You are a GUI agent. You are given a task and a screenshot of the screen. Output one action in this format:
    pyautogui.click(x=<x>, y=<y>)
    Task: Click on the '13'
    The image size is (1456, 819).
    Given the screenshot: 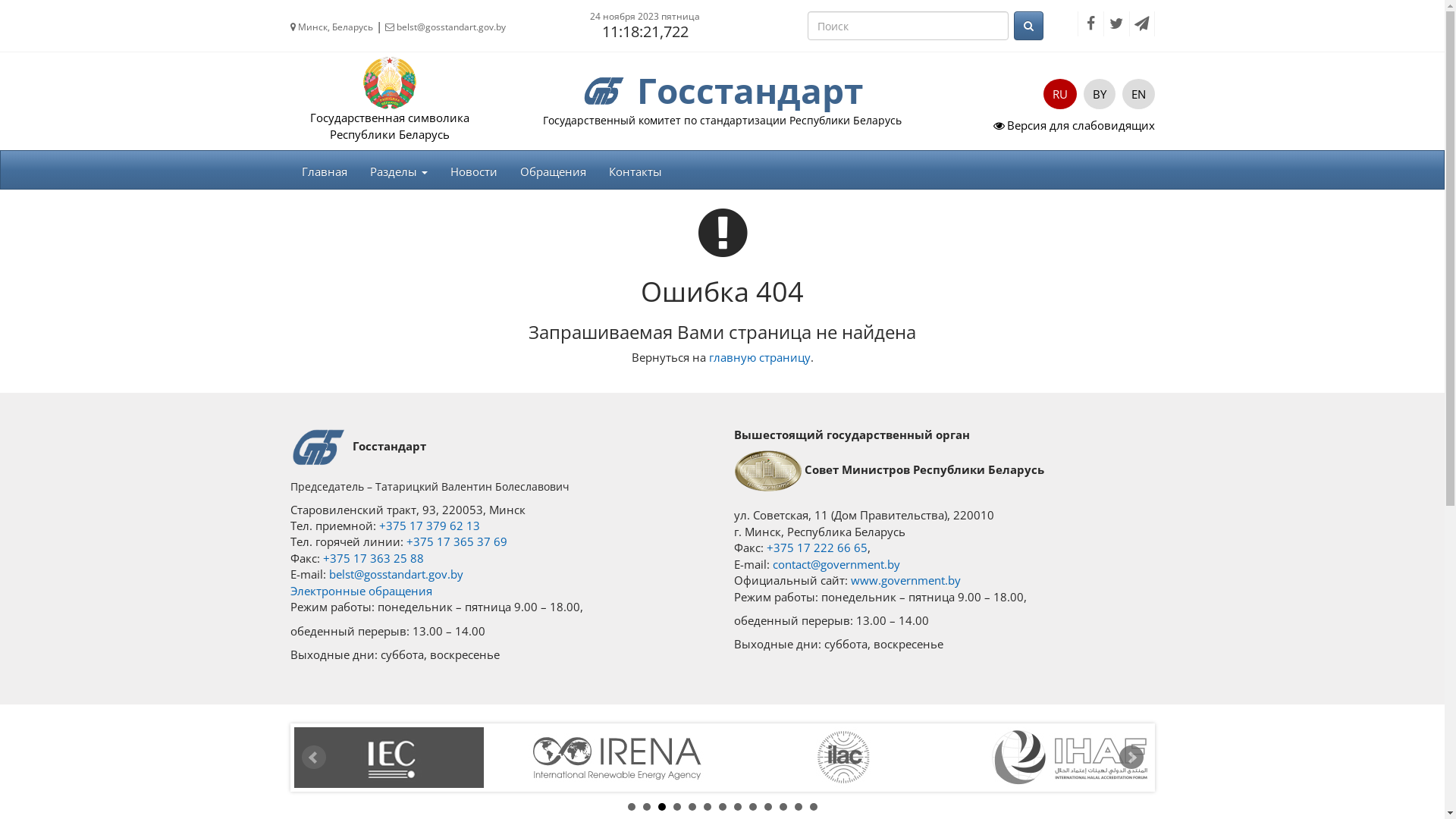 What is the action you would take?
    pyautogui.click(x=813, y=806)
    